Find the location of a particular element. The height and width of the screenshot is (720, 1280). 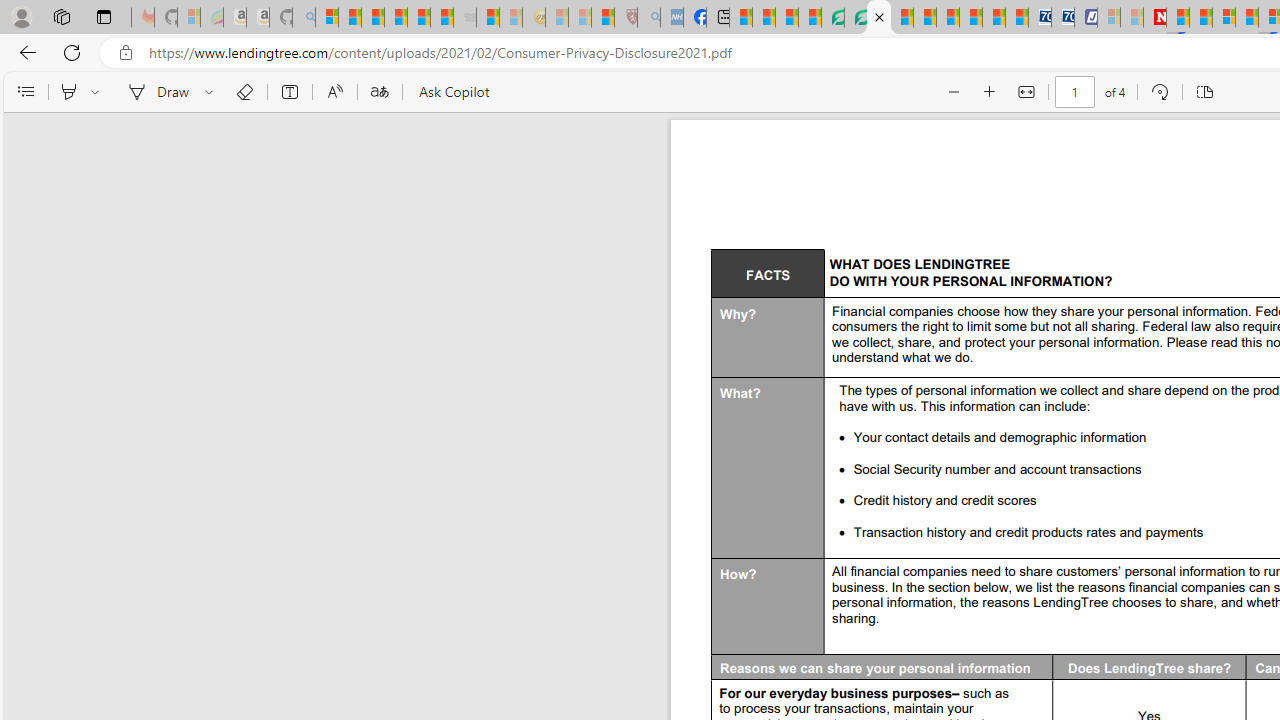

'Page view' is located at coordinates (1204, 92).